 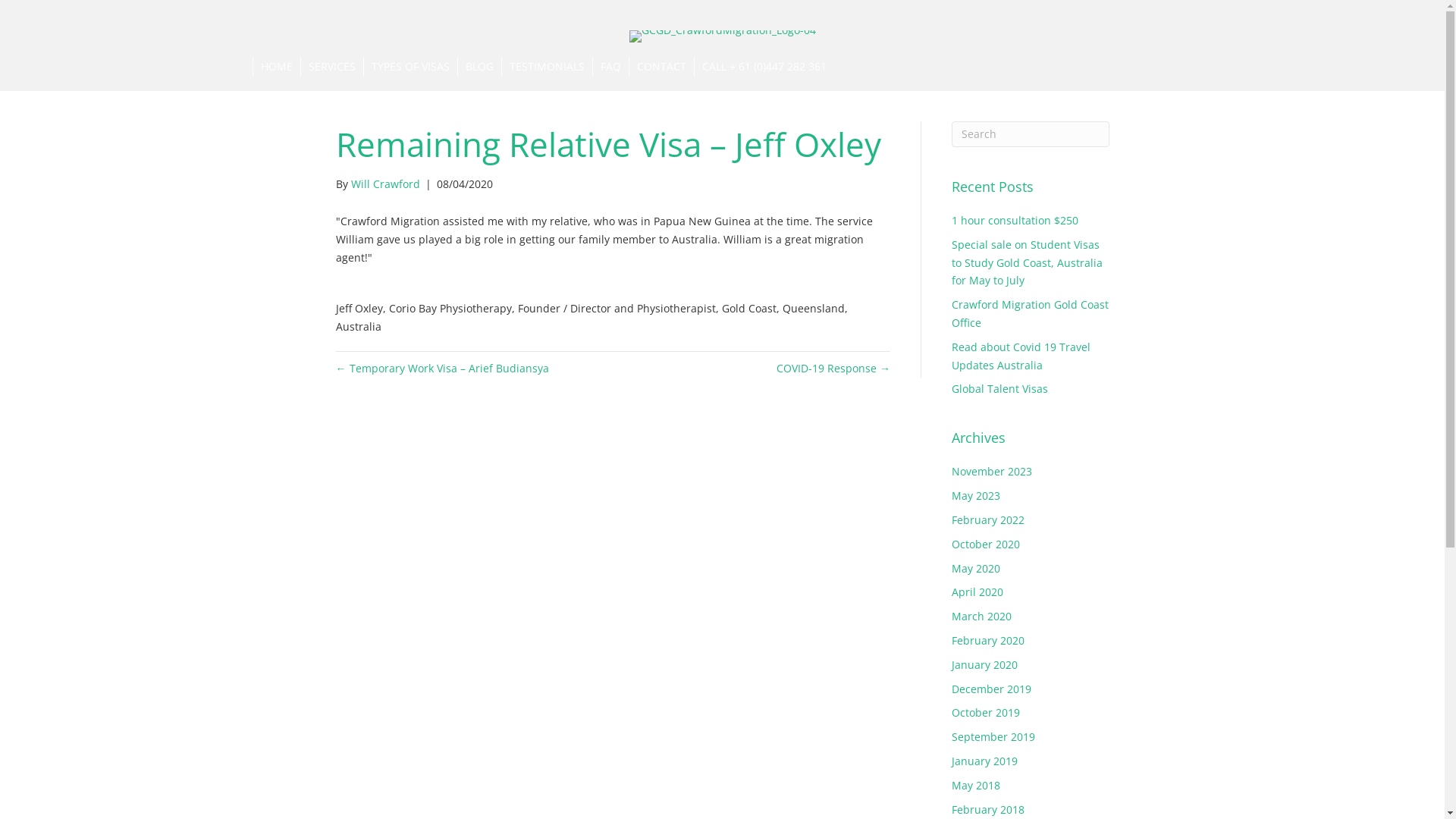 I want to click on 'January 2019', so click(x=984, y=761).